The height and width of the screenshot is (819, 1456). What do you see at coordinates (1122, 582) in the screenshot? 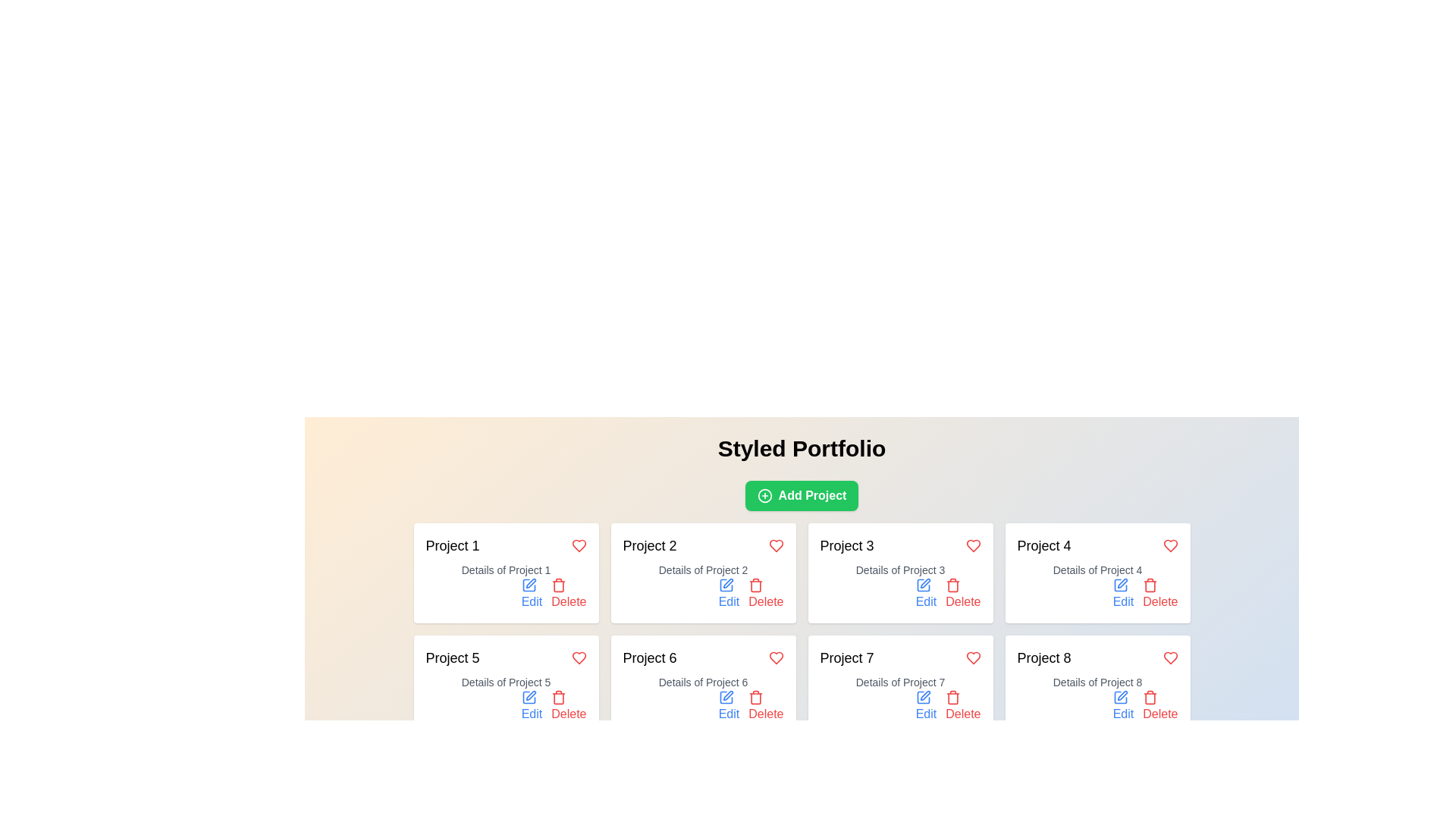
I see `the small pen-shaped icon within the 'Project 4' card to initiate an edit action` at bounding box center [1122, 582].